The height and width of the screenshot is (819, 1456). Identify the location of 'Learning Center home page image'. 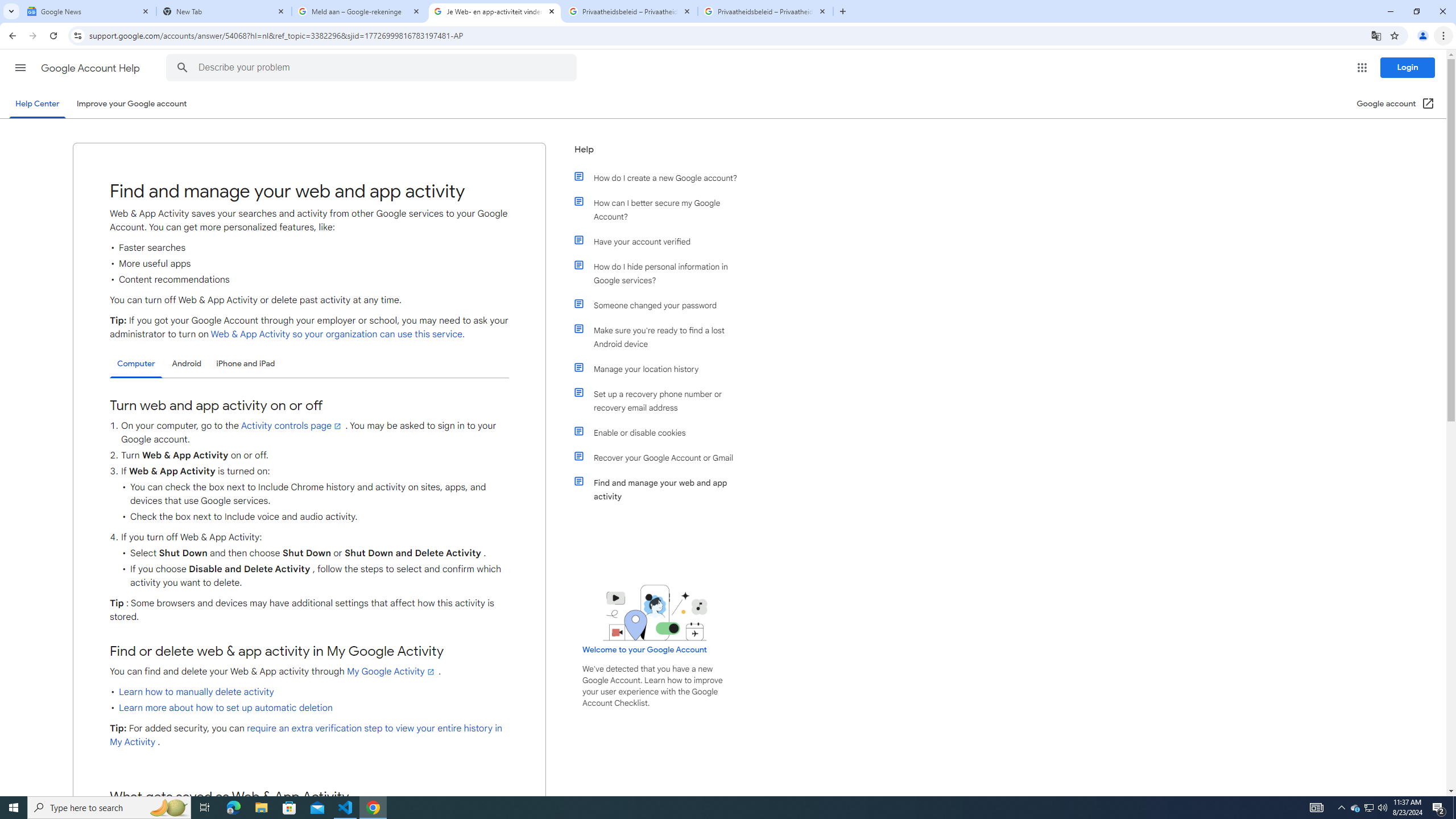
(655, 612).